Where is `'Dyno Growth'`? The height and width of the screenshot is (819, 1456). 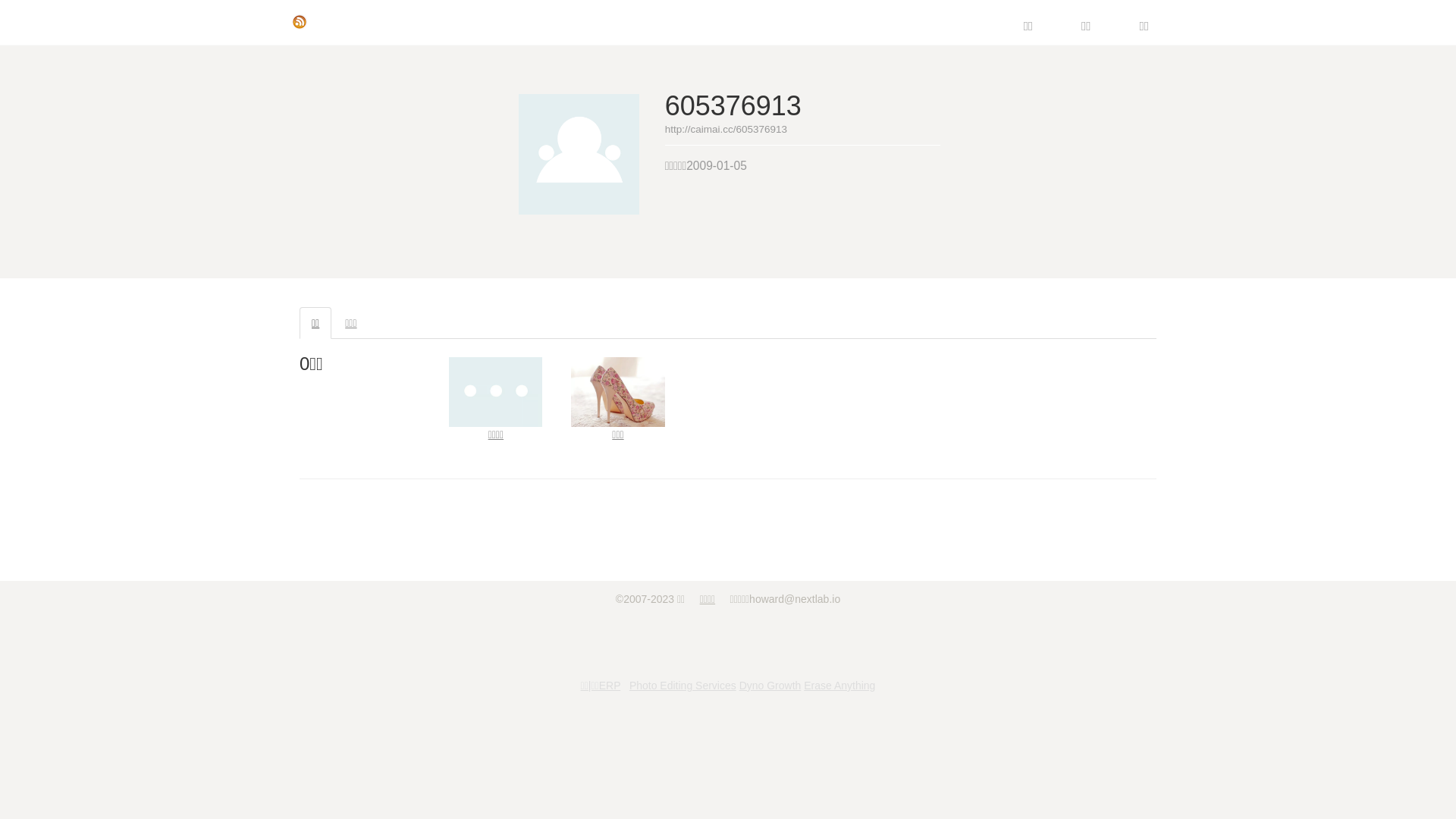
'Dyno Growth' is located at coordinates (770, 685).